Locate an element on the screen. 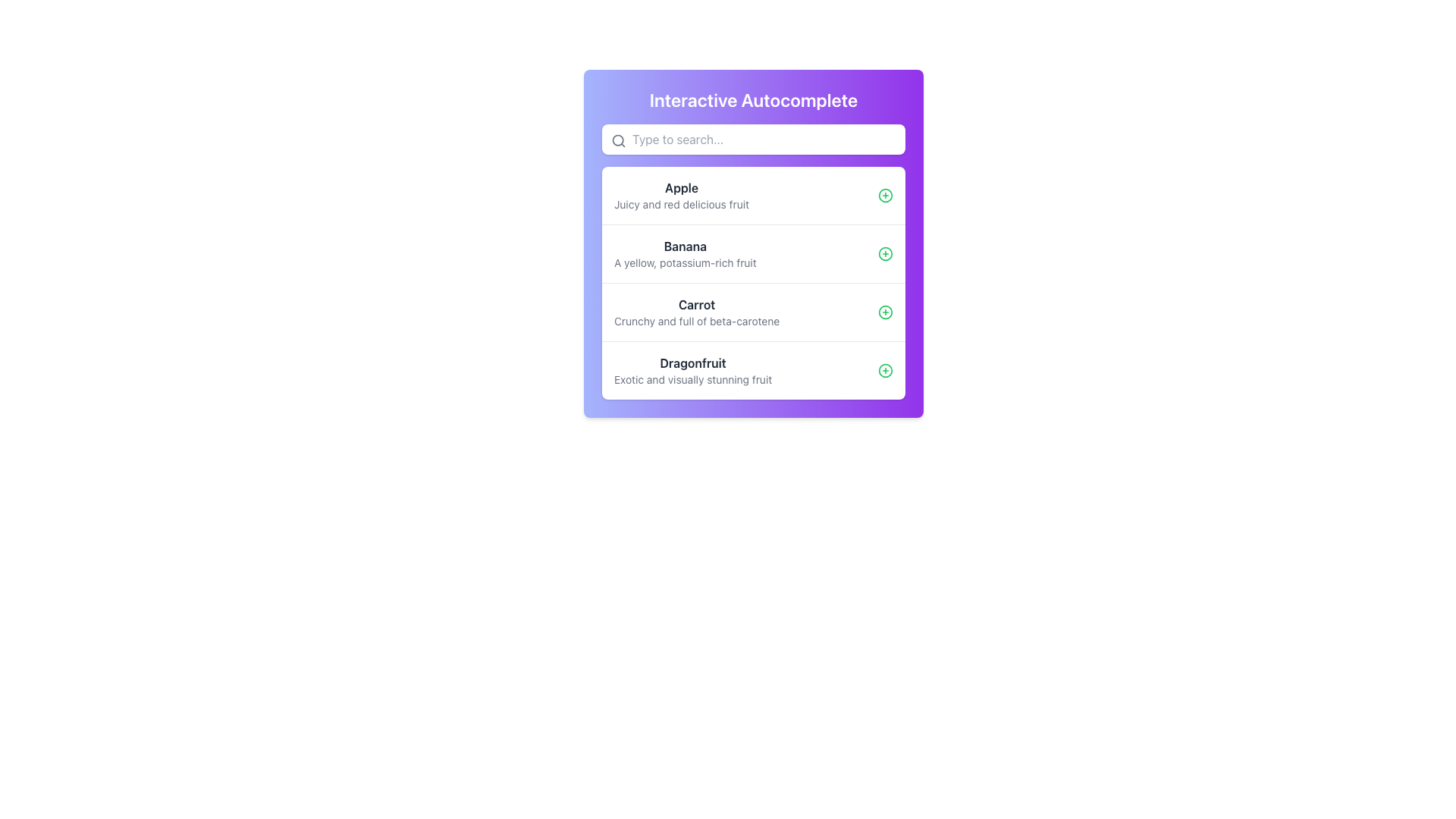  the circular icon button with a green border and a '+' symbol located at the right end of the row associated with the 'Apple' entry is located at coordinates (885, 195).